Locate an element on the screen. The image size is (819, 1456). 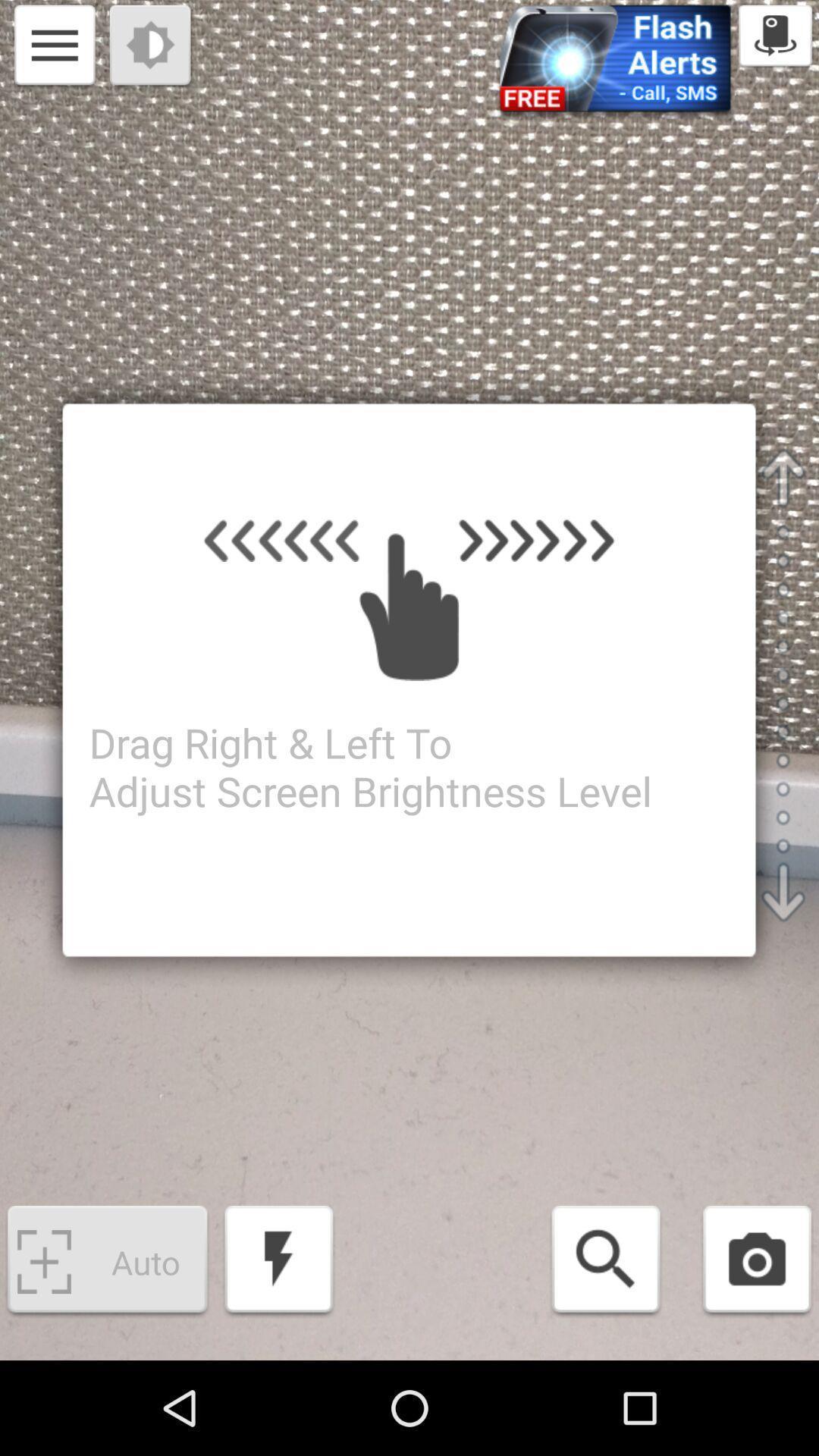
the item next to auto app is located at coordinates (278, 1262).